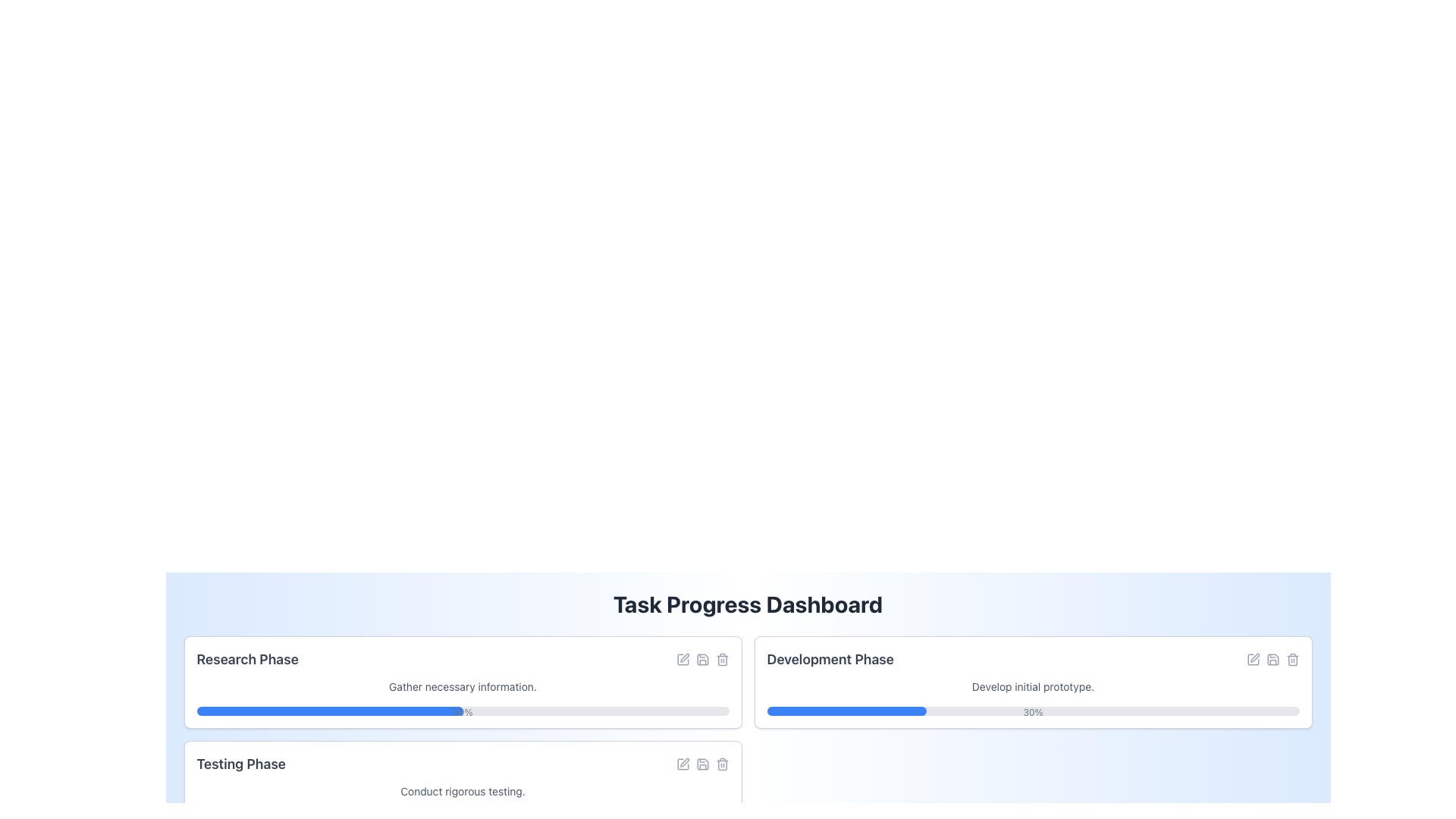  Describe the element at coordinates (1253, 659) in the screenshot. I see `the edit button for the task 'Develop initial prototype', which is the first icon in a row of three on the right side of the task card` at that location.